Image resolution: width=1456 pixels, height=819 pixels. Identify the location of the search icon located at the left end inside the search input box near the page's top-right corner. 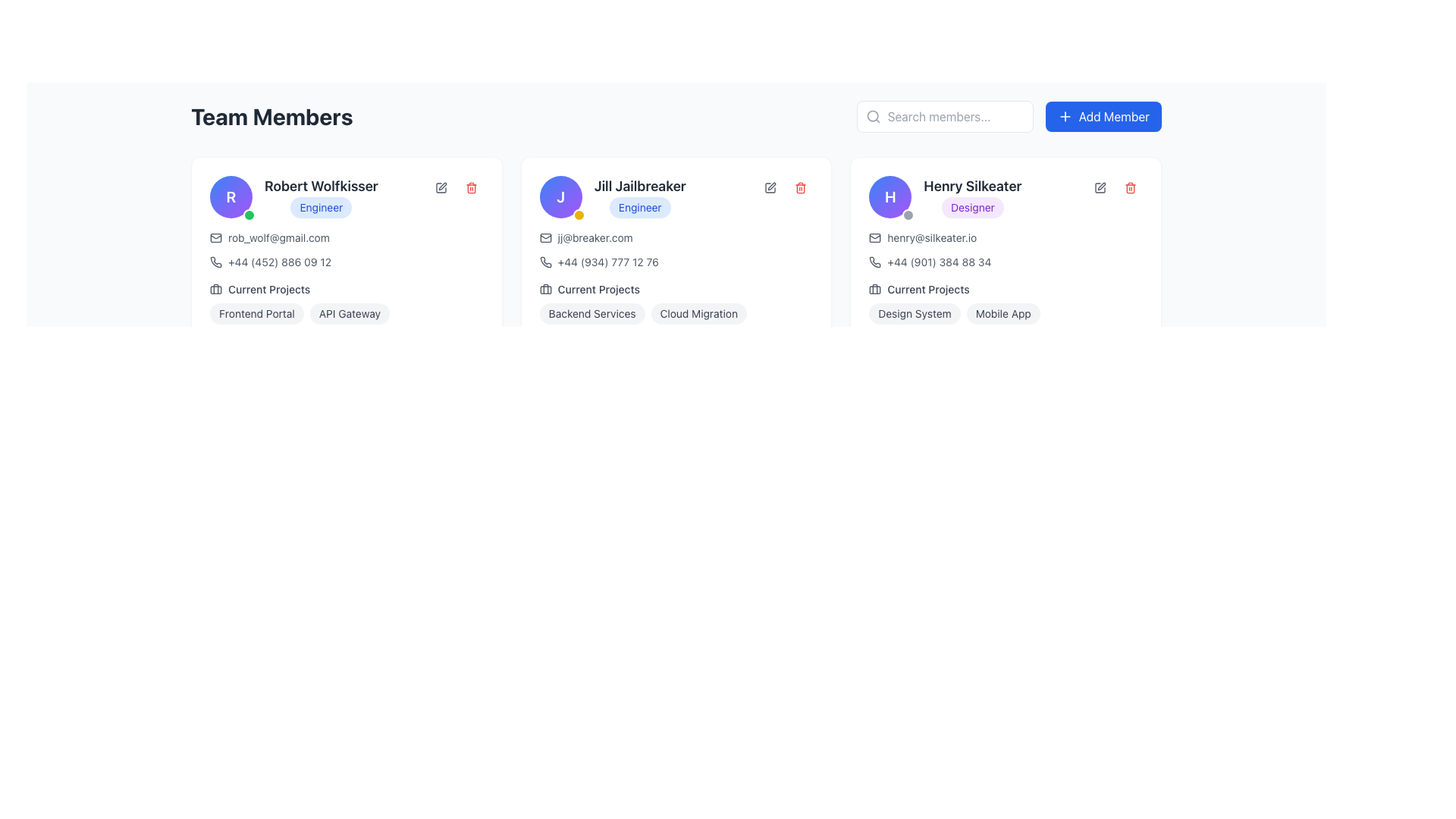
(873, 116).